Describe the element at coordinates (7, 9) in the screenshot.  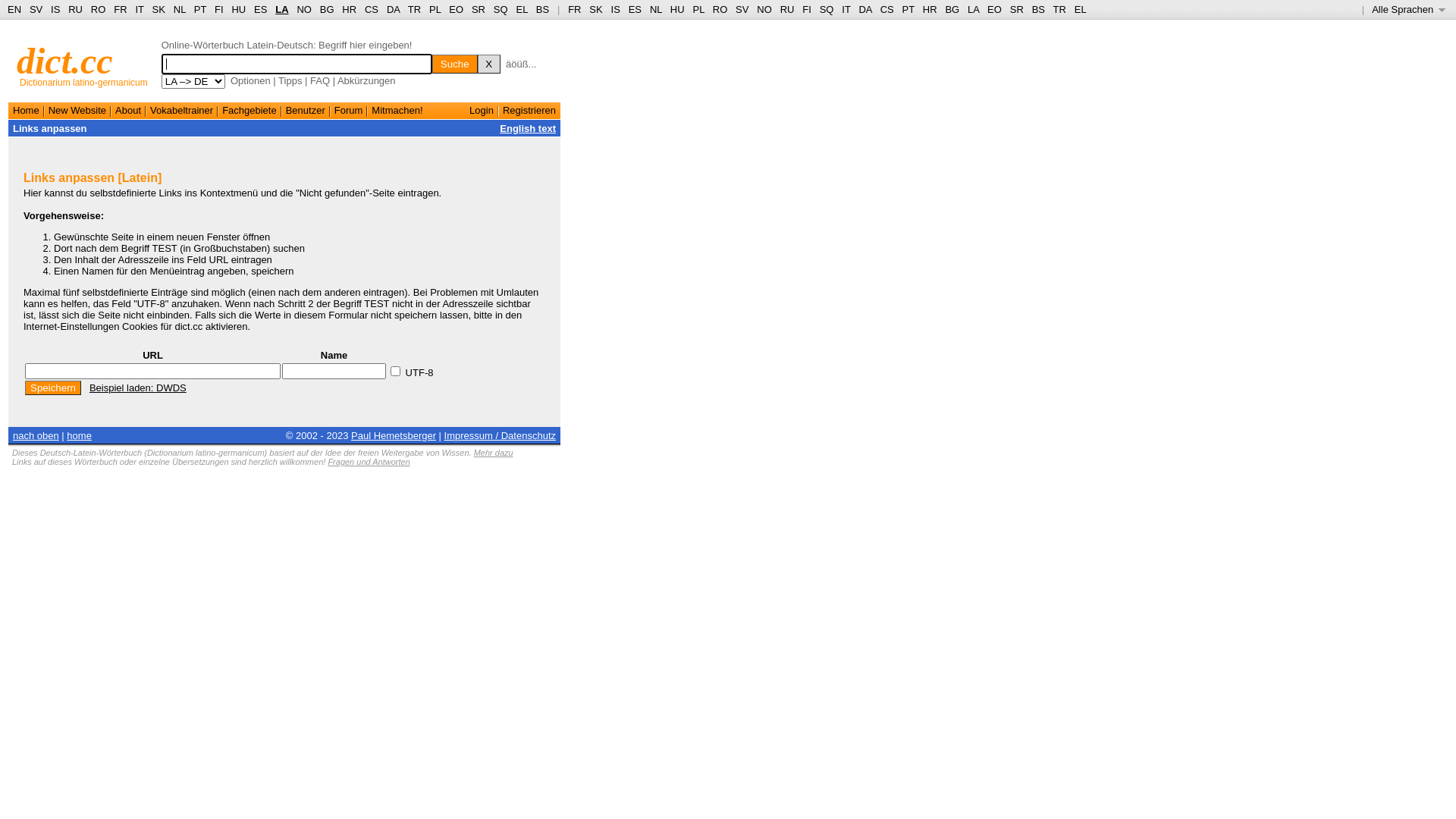
I see `'EN'` at that location.